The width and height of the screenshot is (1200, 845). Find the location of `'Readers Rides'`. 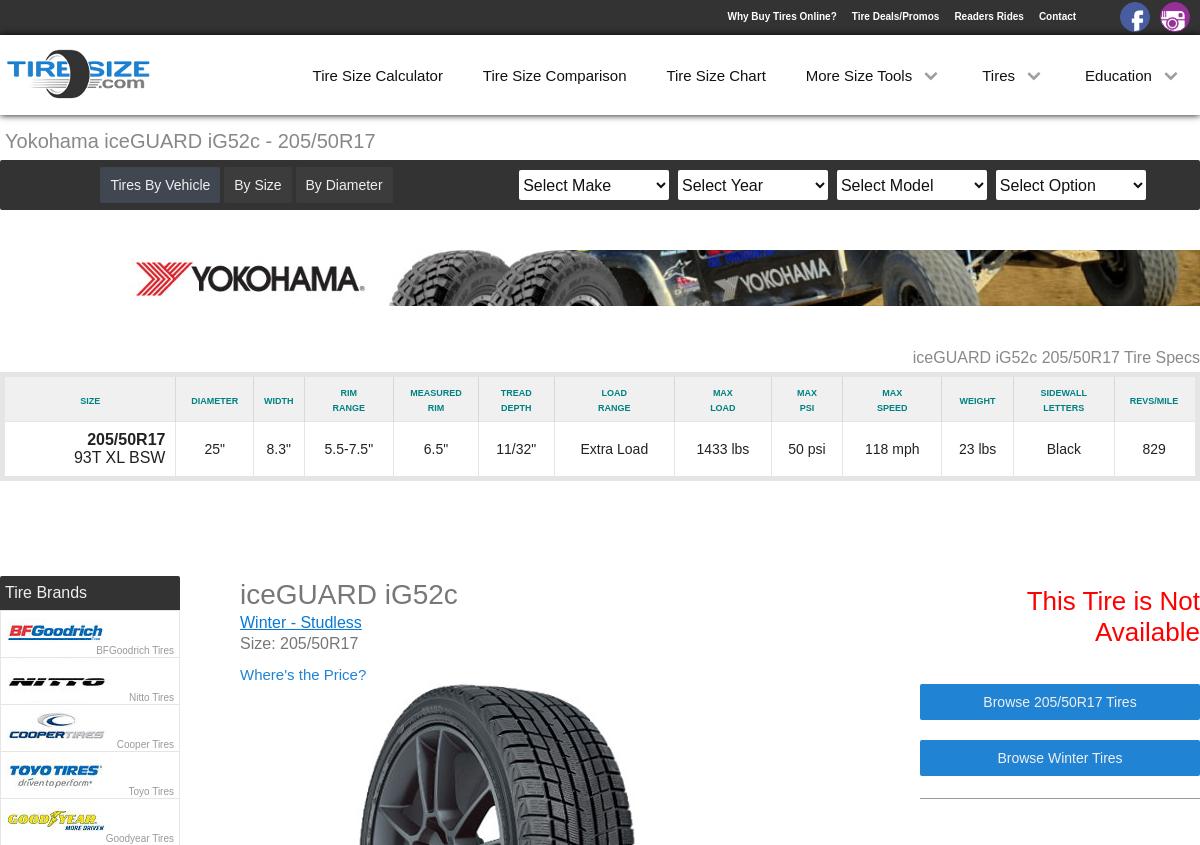

'Readers Rides' is located at coordinates (954, 15).